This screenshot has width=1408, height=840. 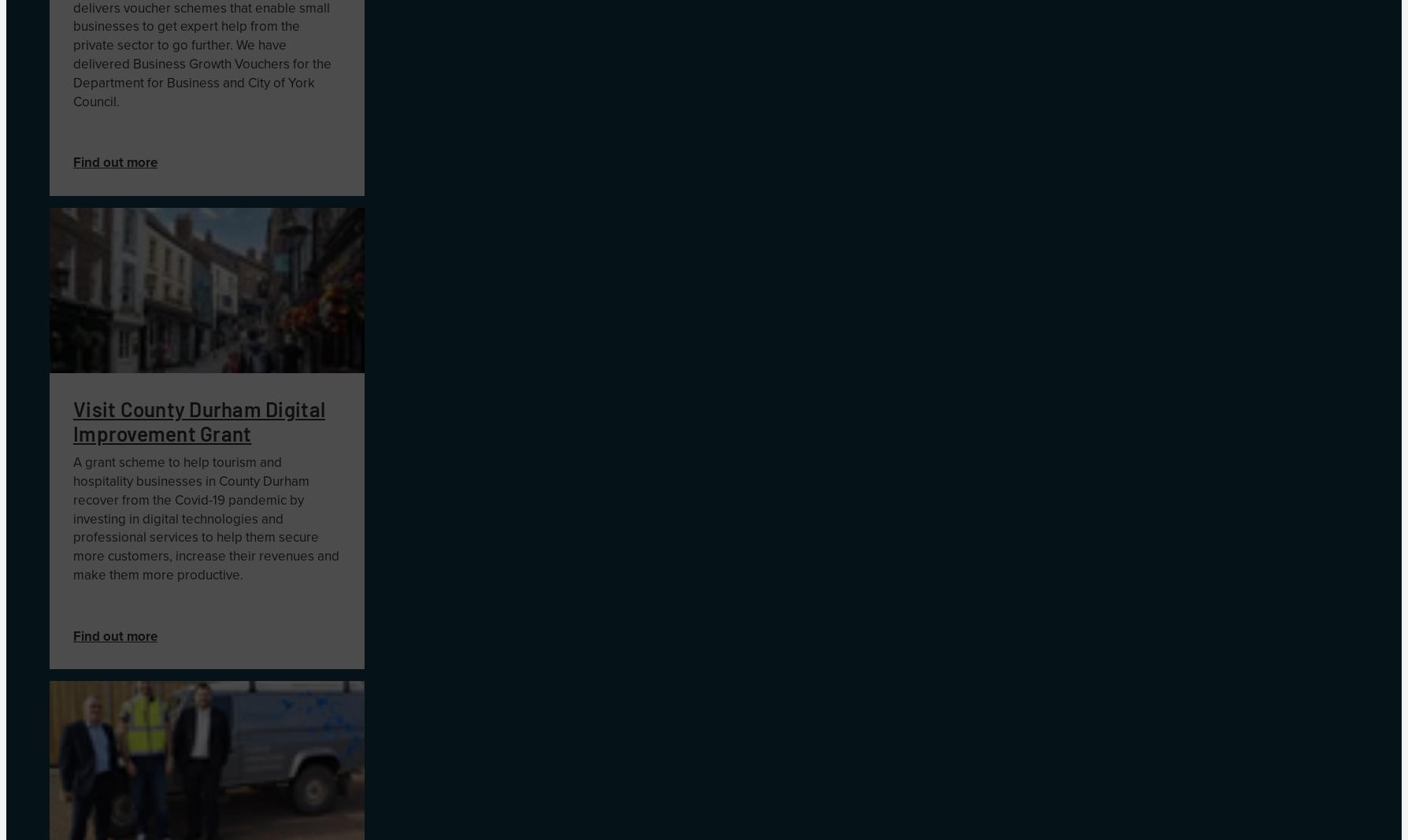 I want to click on 'pert help', so click(x=220, y=25).